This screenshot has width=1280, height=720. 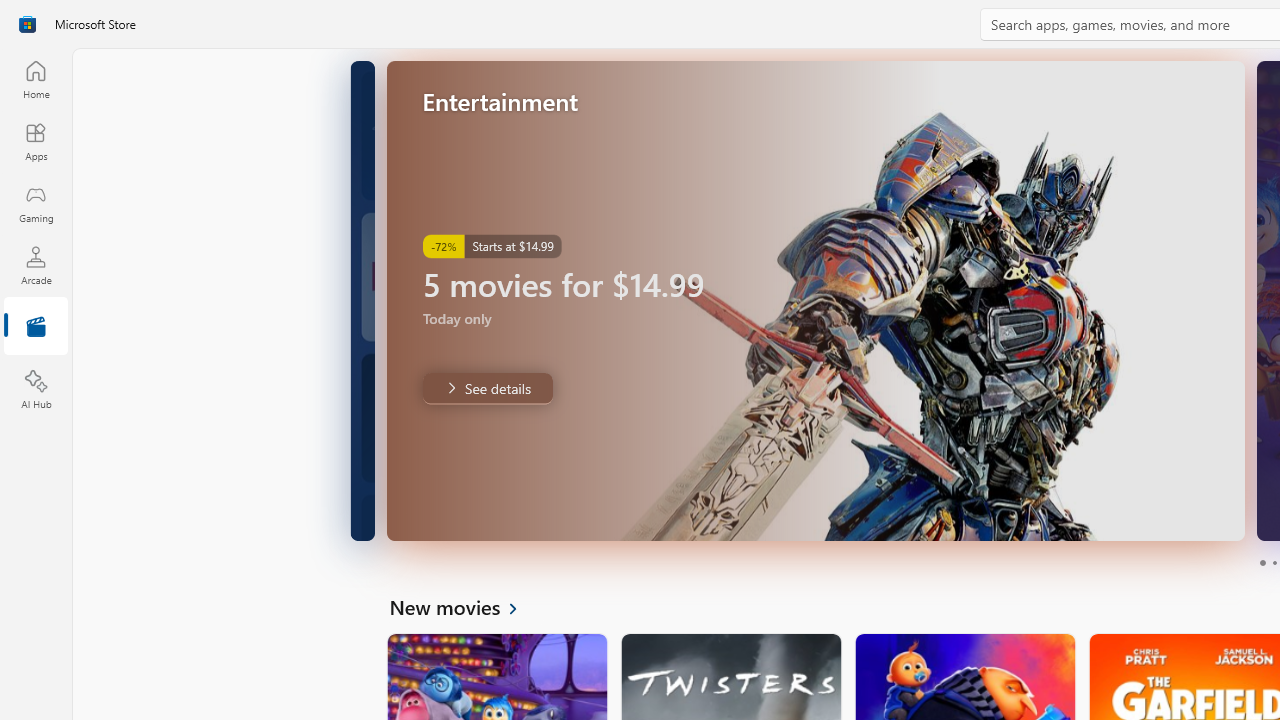 I want to click on 'AI Hub', so click(x=35, y=390).